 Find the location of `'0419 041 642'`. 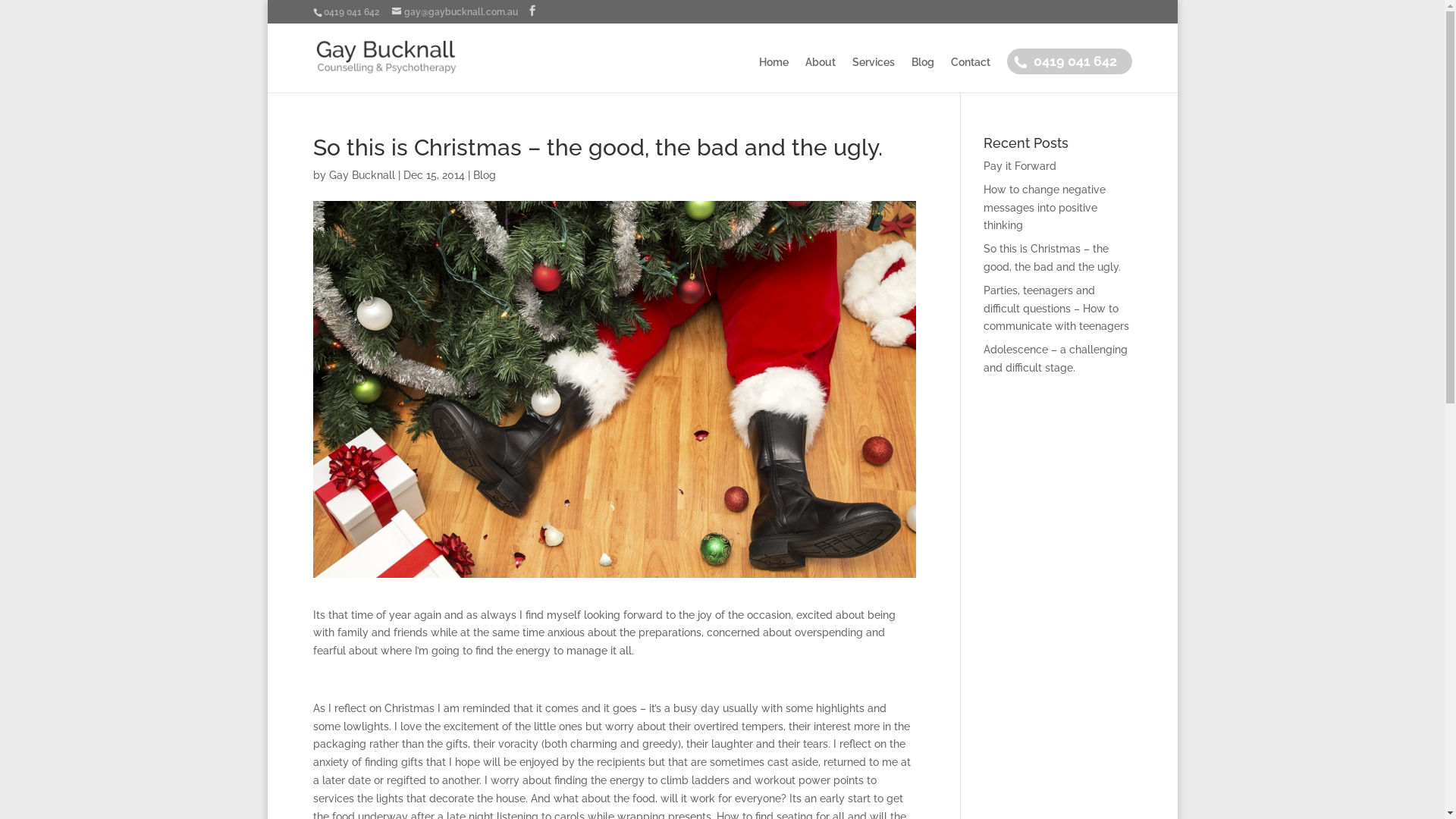

'0419 041 642' is located at coordinates (1032, 74).